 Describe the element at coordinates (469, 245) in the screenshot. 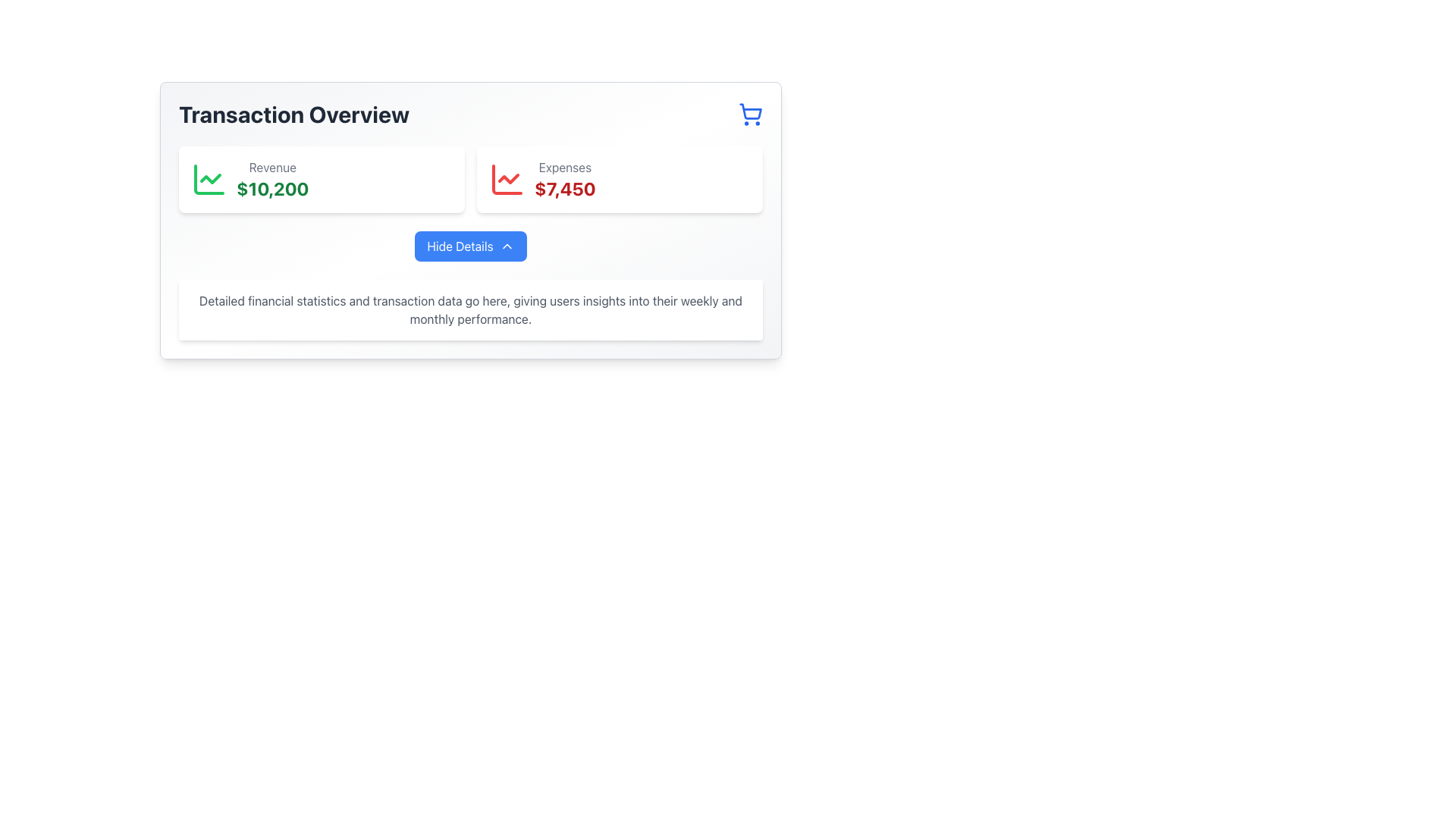

I see `the blue button labeled 'Hide Details' with a white text and an upward-pointing chevron icon` at that location.